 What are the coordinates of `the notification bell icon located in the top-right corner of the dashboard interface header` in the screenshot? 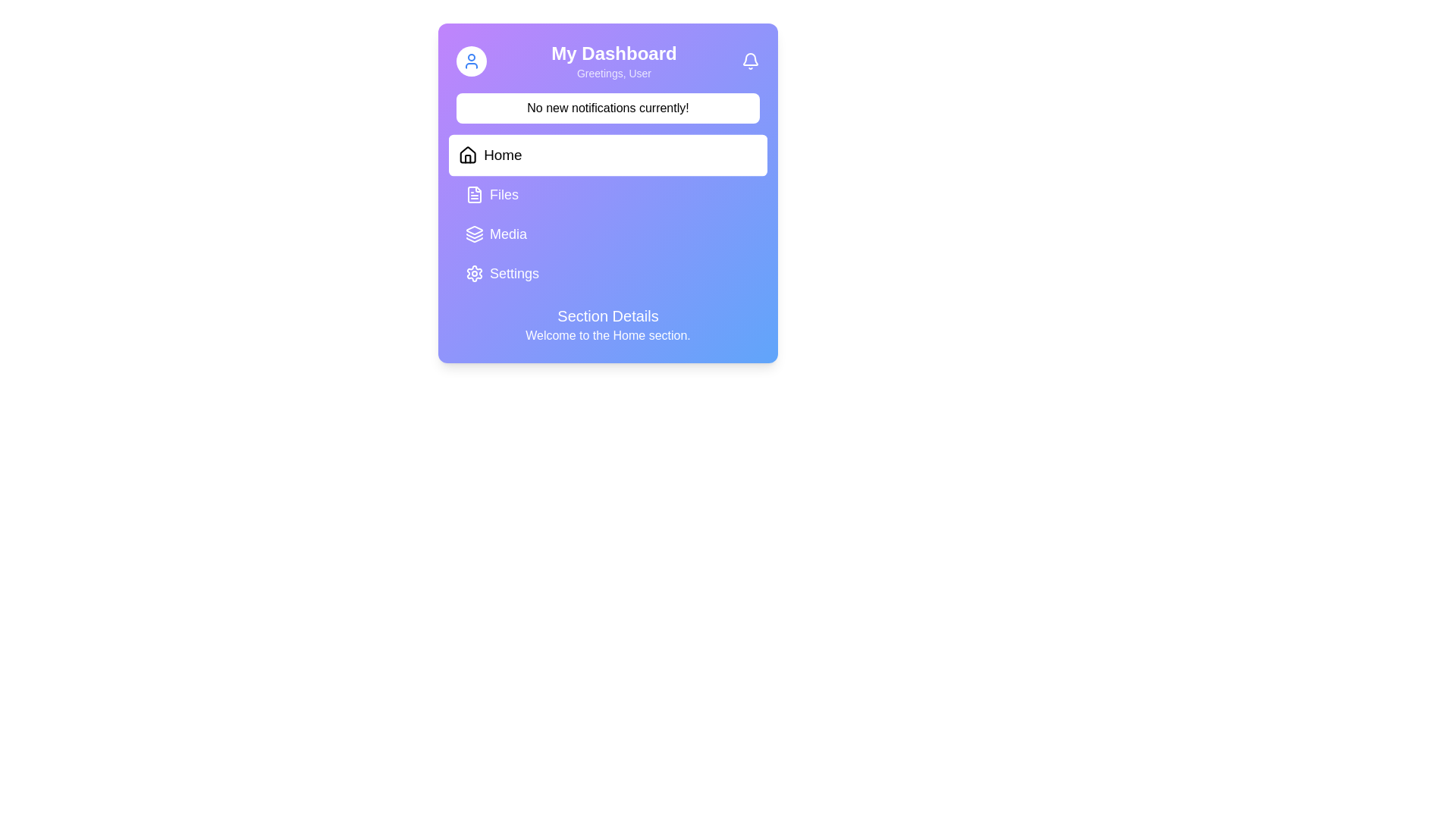 It's located at (750, 61).